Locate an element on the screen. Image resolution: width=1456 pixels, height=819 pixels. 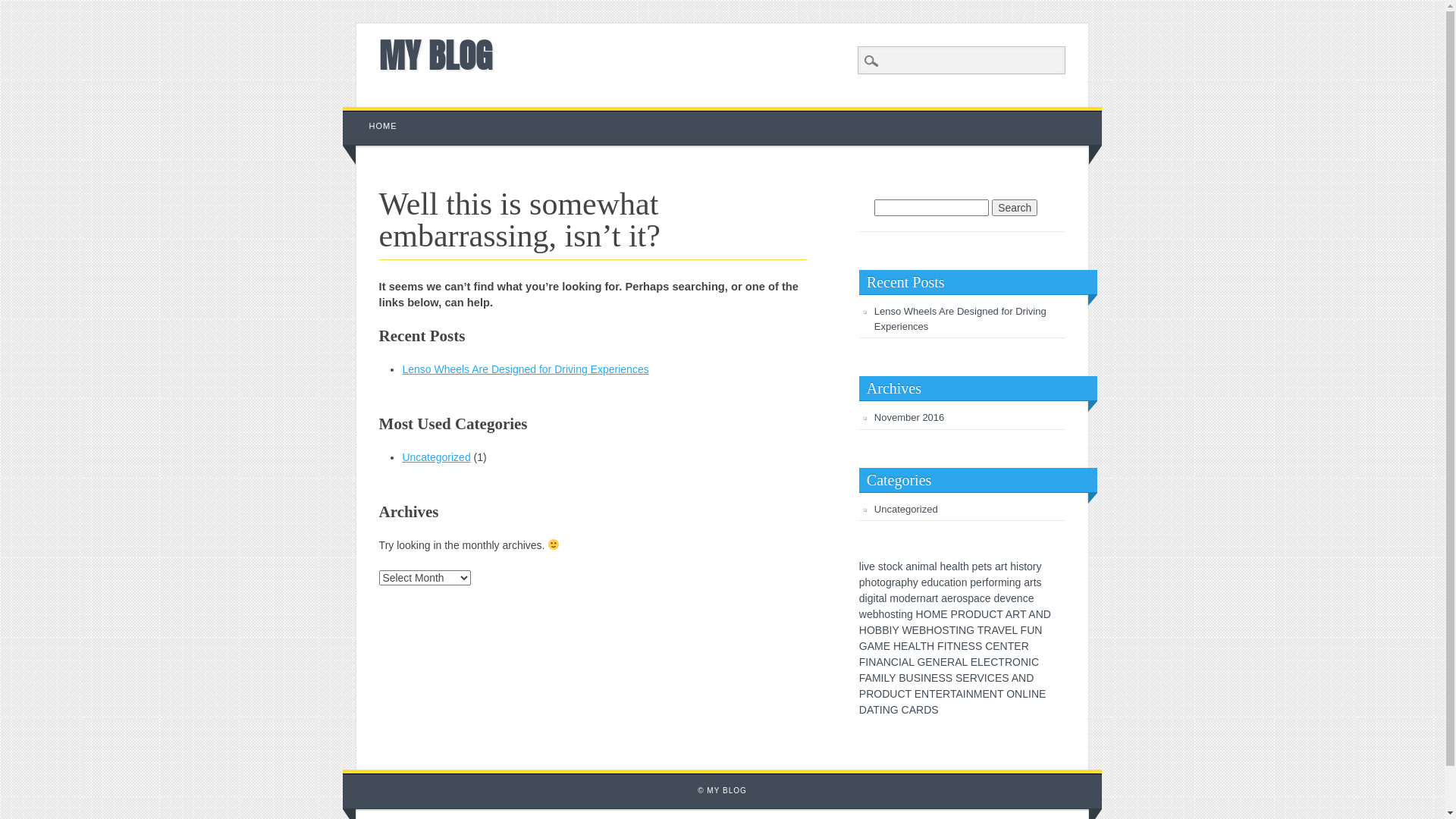
'B' is located at coordinates (918, 629).